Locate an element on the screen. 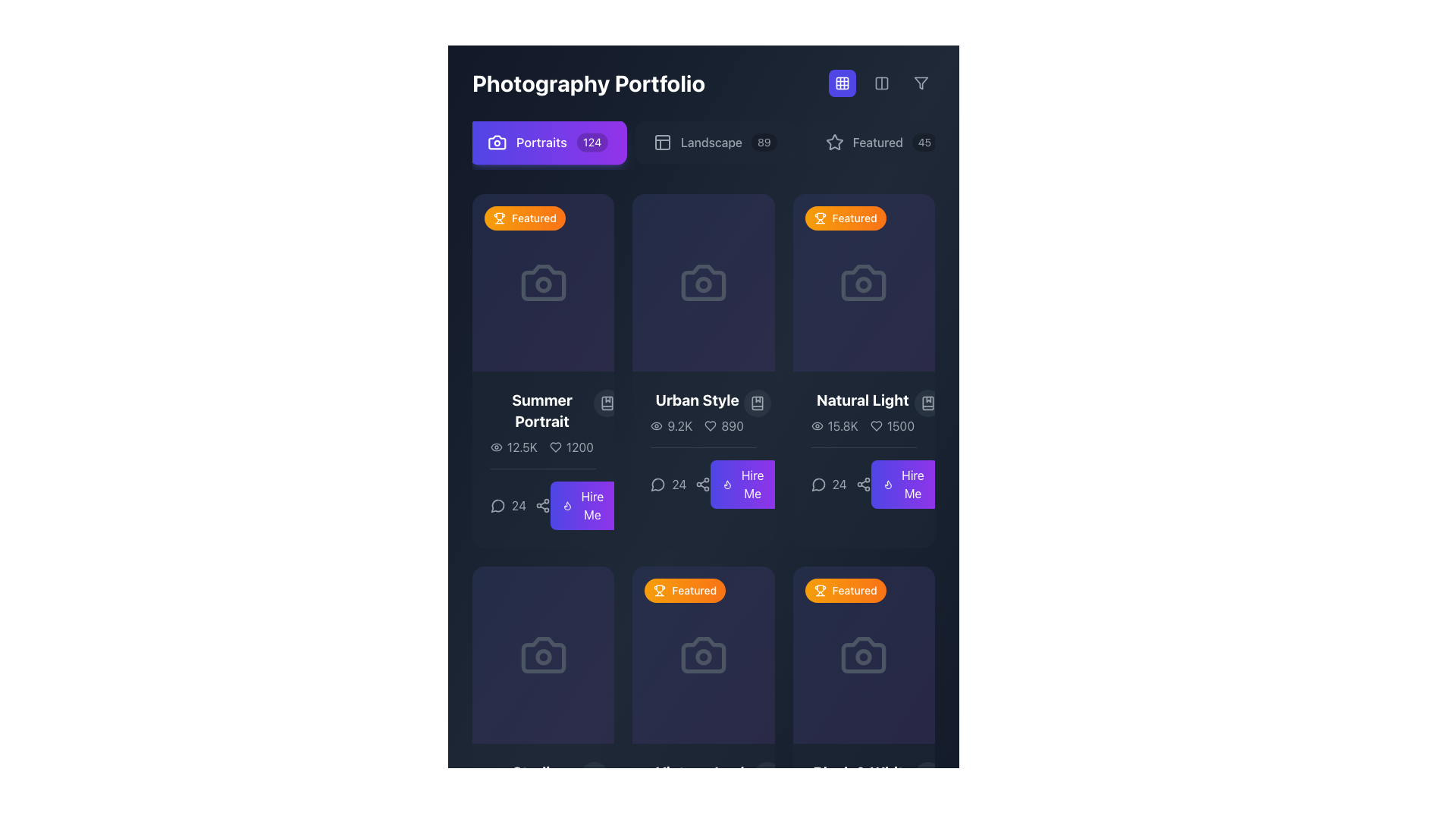  the Static text heading at the topmost section of the application, which serves as the title or heading for the interface is located at coordinates (702, 83).